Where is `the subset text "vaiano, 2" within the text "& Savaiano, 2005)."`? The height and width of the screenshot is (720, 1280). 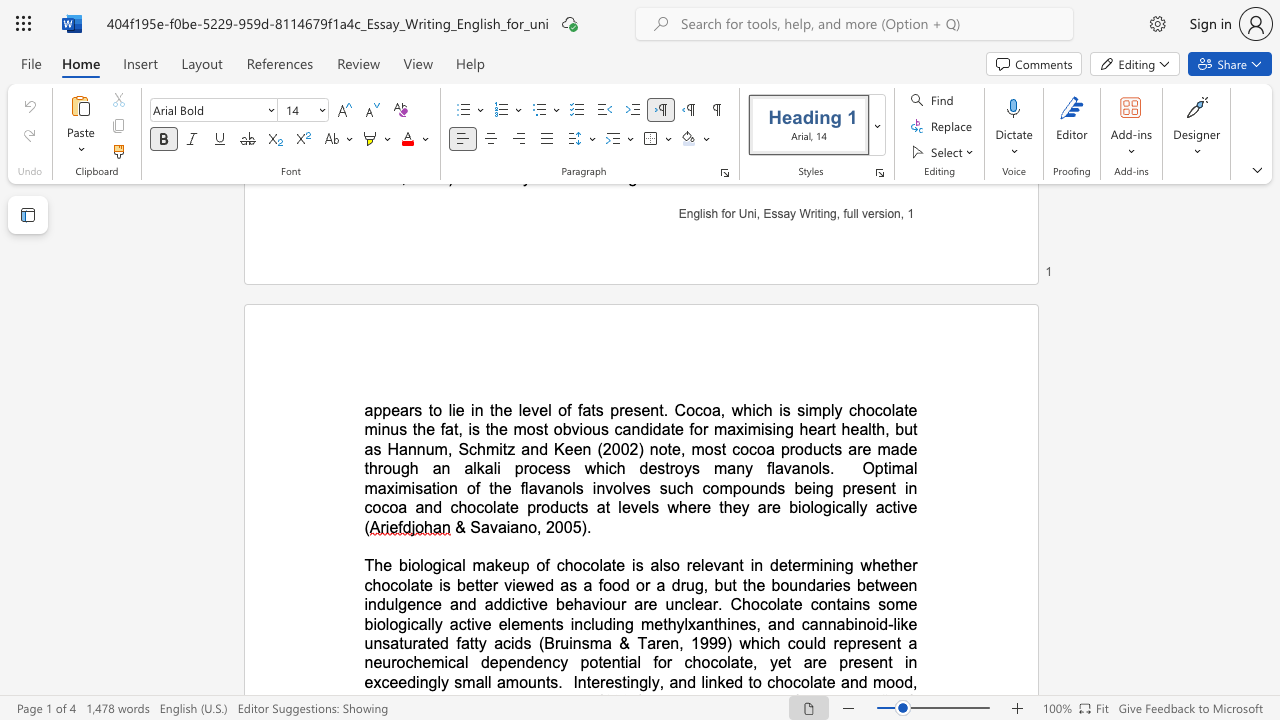 the subset text "vaiano, 2" within the text "& Savaiano, 2005)." is located at coordinates (489, 526).